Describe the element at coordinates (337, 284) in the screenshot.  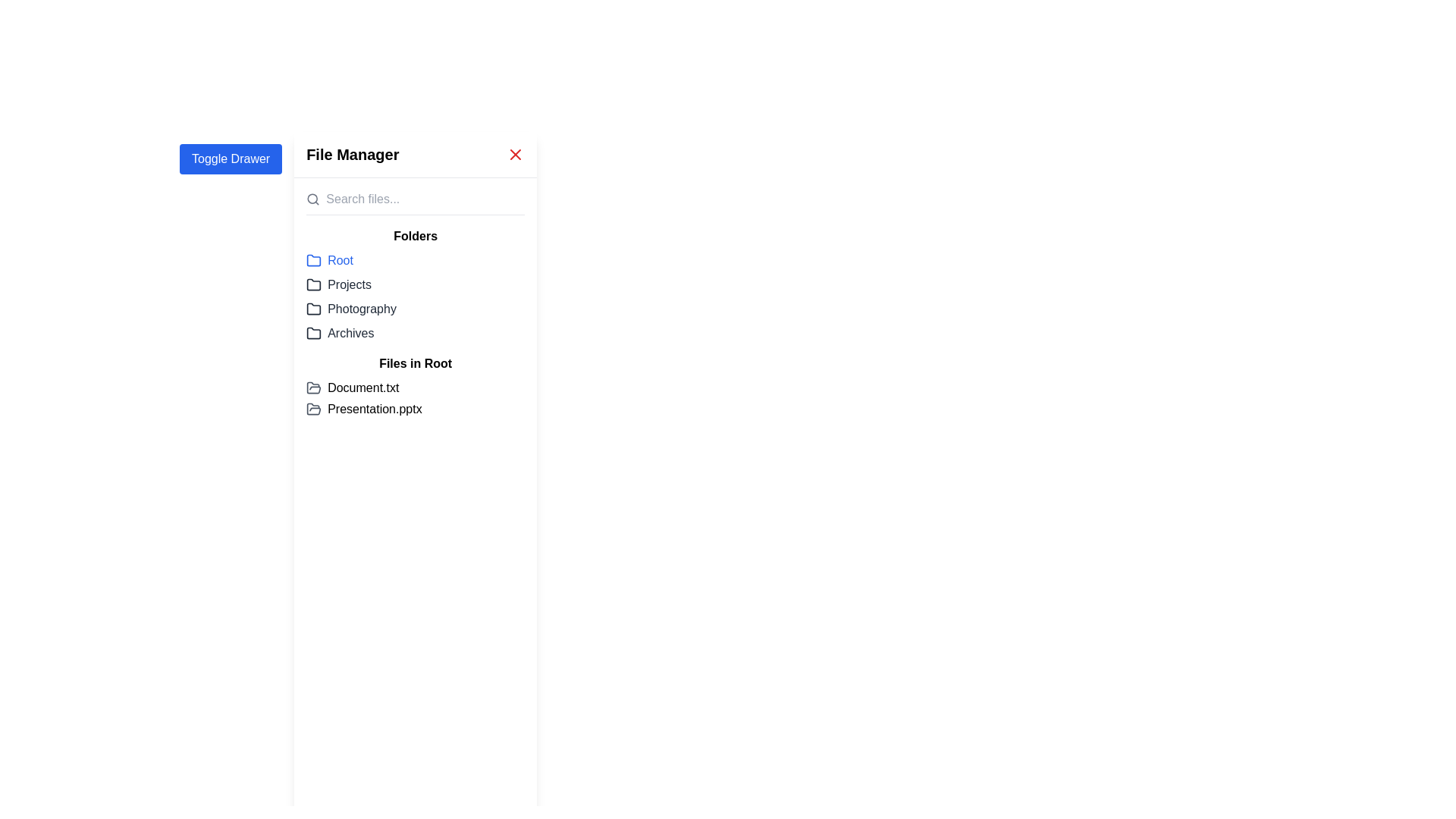
I see `the list item labeled 'Projects', which includes a folder icon and is the second item in the 'Folders' section of the File Manager` at that location.